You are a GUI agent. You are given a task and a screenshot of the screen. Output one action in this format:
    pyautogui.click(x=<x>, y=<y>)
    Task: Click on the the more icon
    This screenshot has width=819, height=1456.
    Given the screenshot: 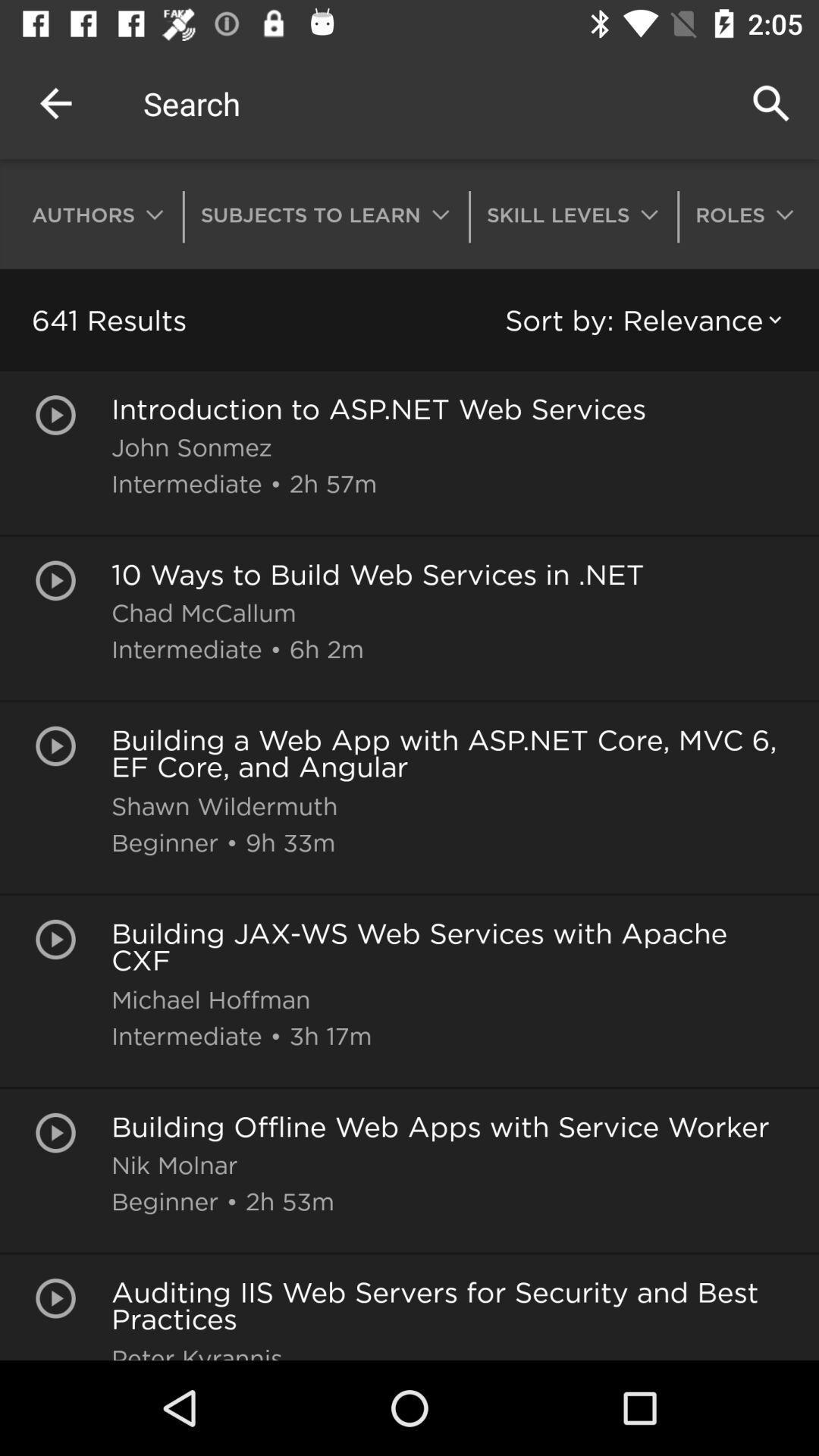 What is the action you would take?
    pyautogui.click(x=99, y=214)
    